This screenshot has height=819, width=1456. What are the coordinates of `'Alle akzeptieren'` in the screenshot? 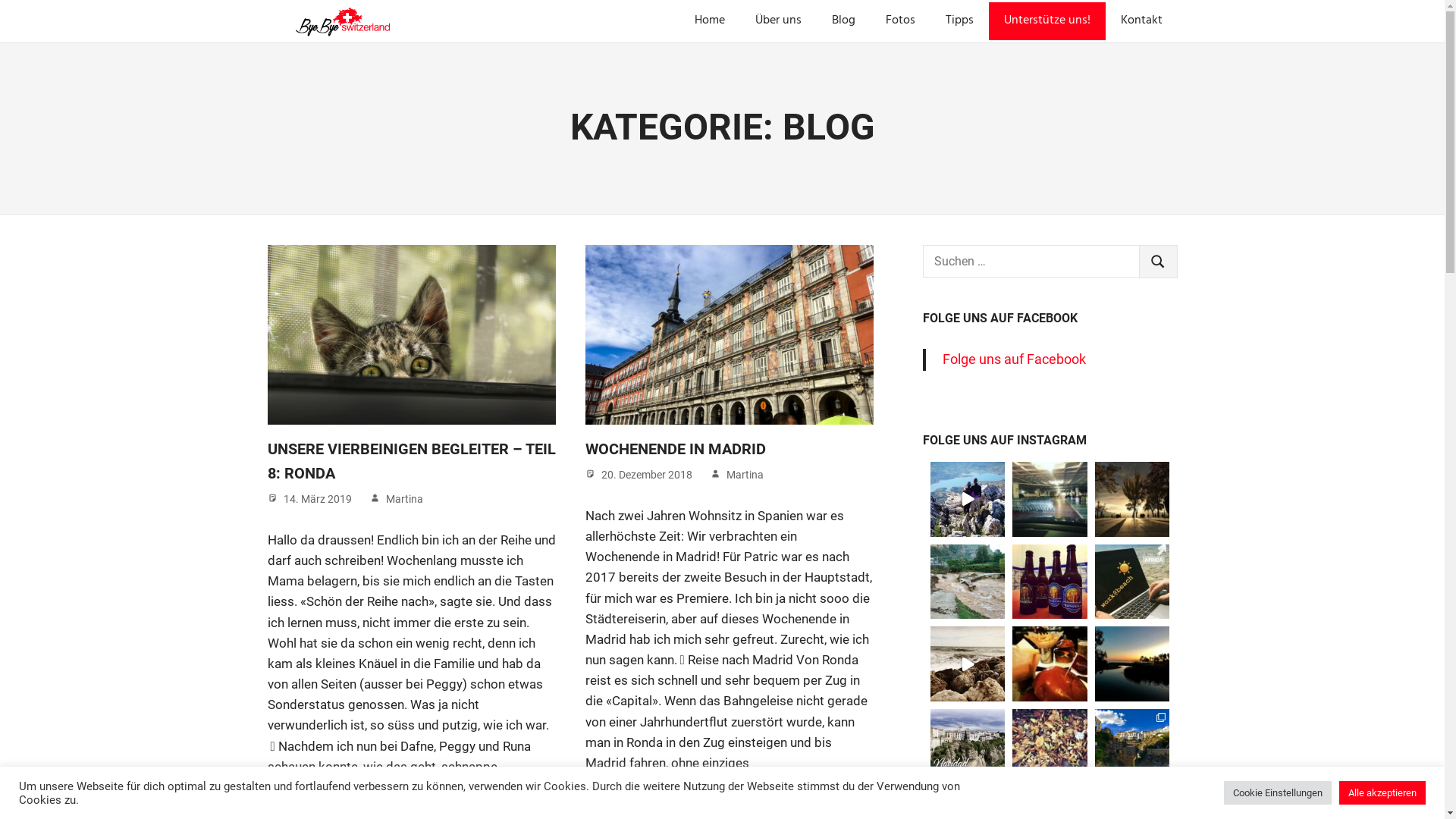 It's located at (1339, 792).